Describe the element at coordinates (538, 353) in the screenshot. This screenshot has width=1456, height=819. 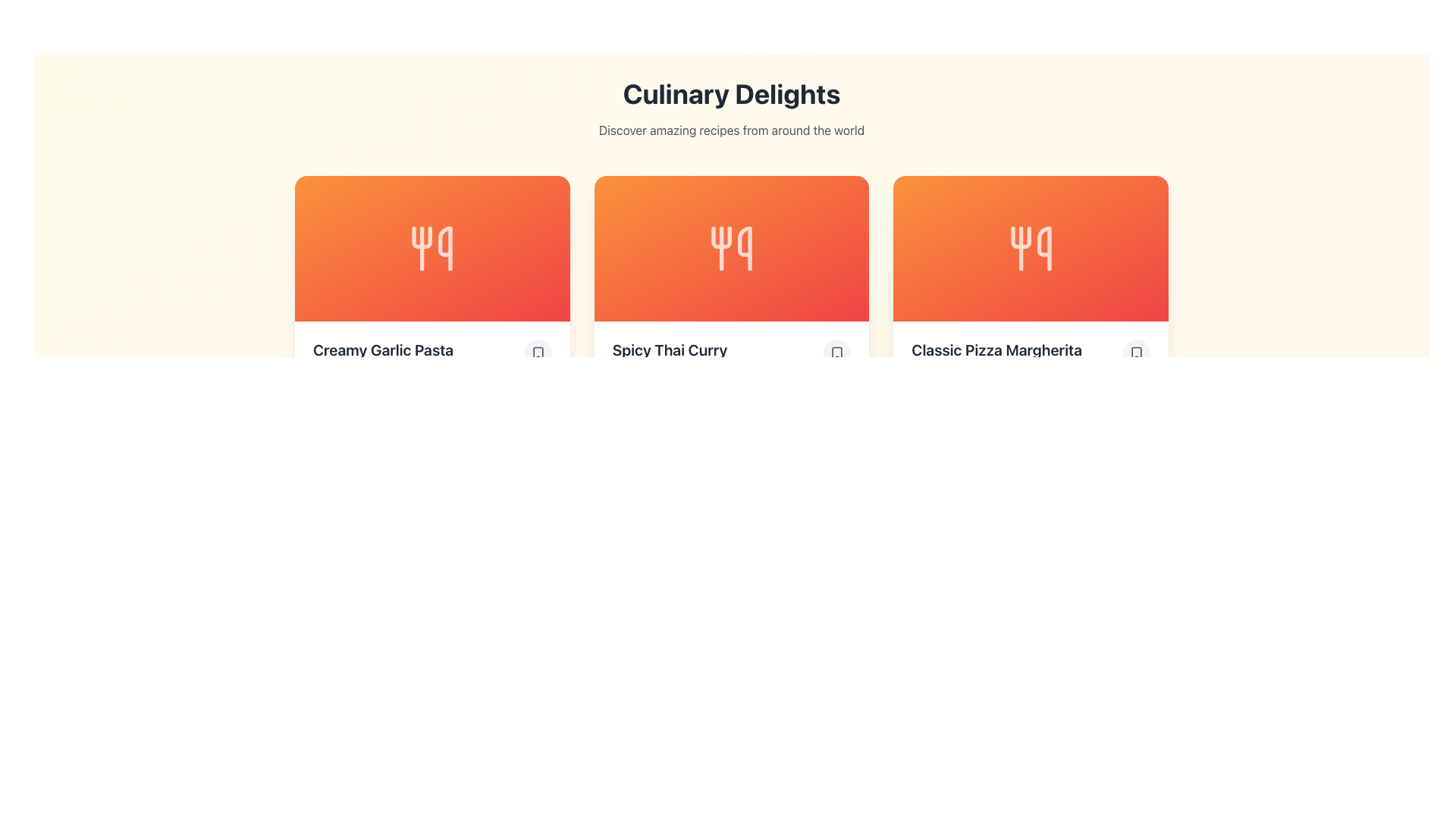
I see `the save/bookmark icon located at the bottom right corner of the 'Creamy Garlic Pasta' recipe card` at that location.